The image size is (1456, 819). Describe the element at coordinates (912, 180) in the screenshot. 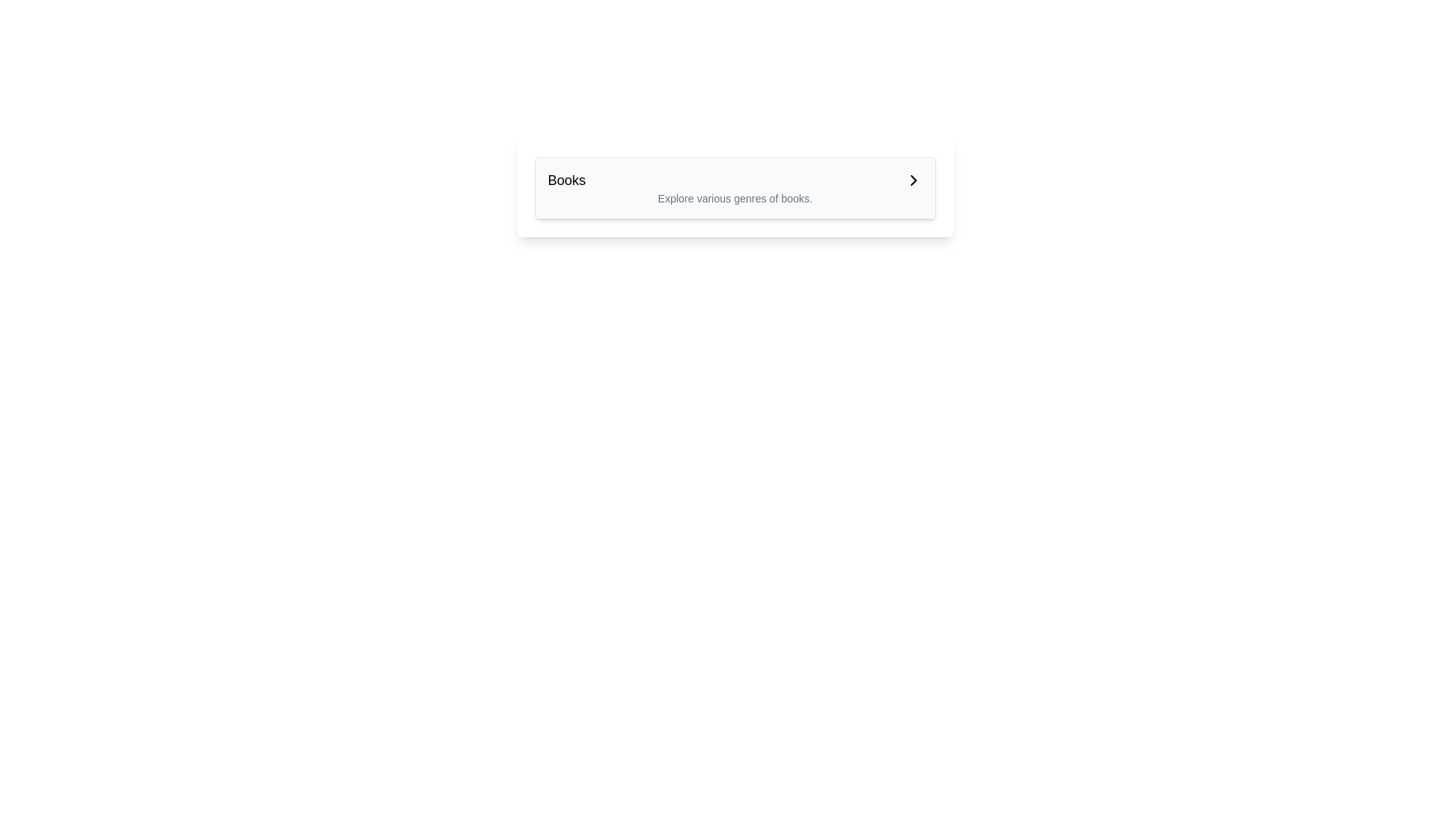

I see `the chevron icon in the top-right corner of the 'Books' section` at that location.